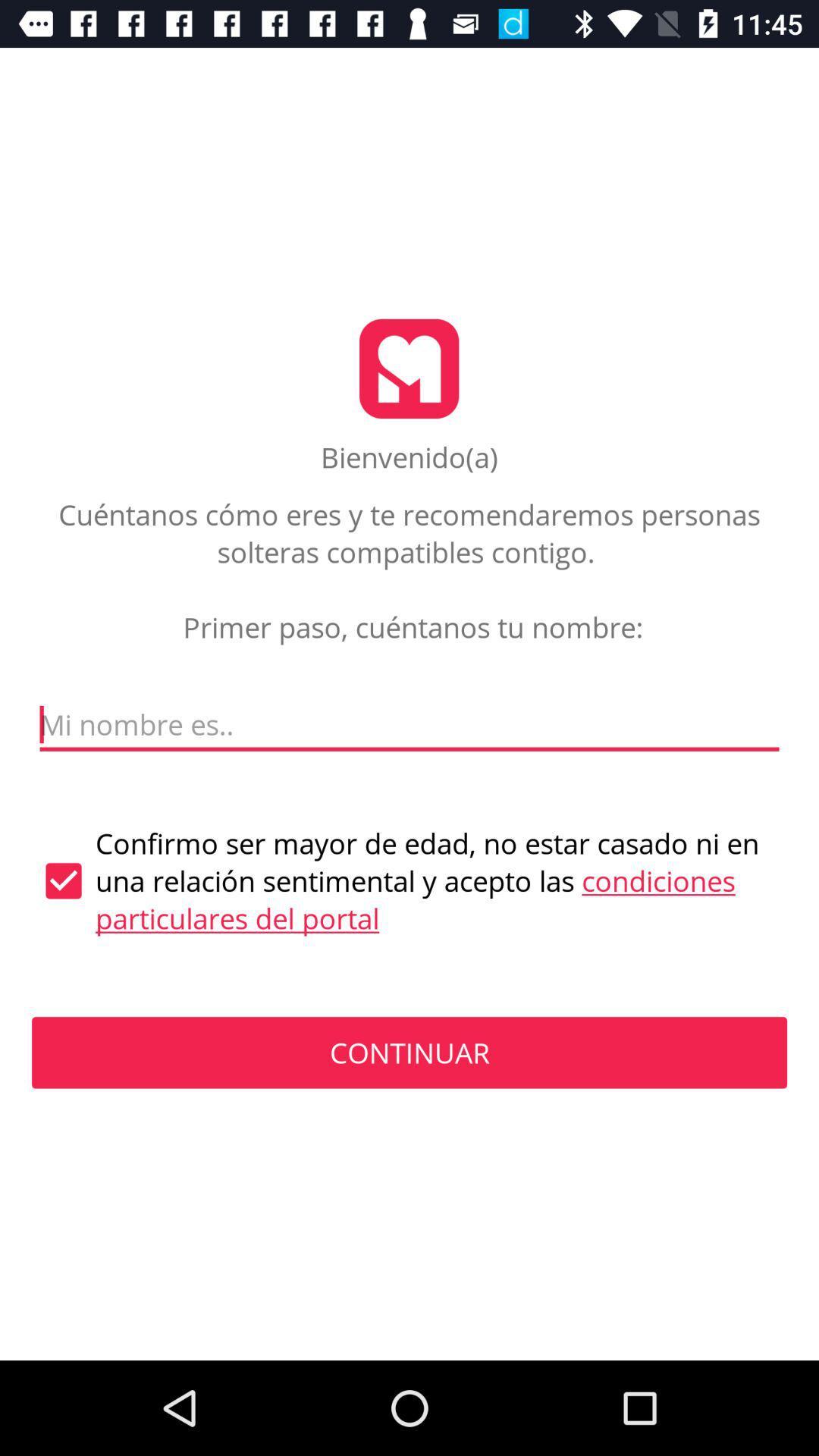 The width and height of the screenshot is (819, 1456). Describe the element at coordinates (409, 724) in the screenshot. I see `icon above confirmo ser mayor` at that location.